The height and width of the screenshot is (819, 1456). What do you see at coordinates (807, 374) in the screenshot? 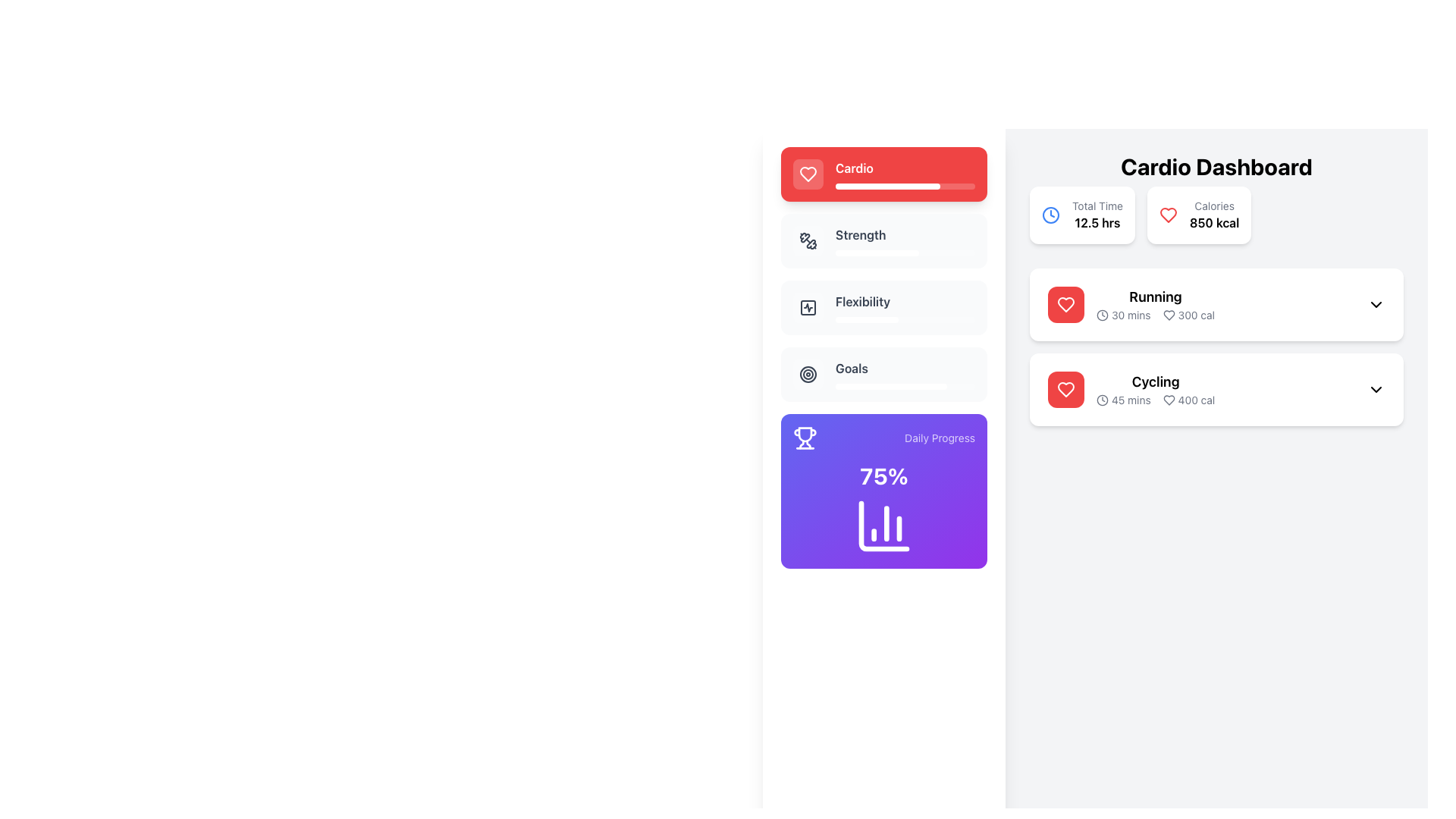
I see `the decorative icon related to goals or targets located in the left sidebar, positioned below the 'Goals' text and above the 'Daily Progress' card` at bounding box center [807, 374].